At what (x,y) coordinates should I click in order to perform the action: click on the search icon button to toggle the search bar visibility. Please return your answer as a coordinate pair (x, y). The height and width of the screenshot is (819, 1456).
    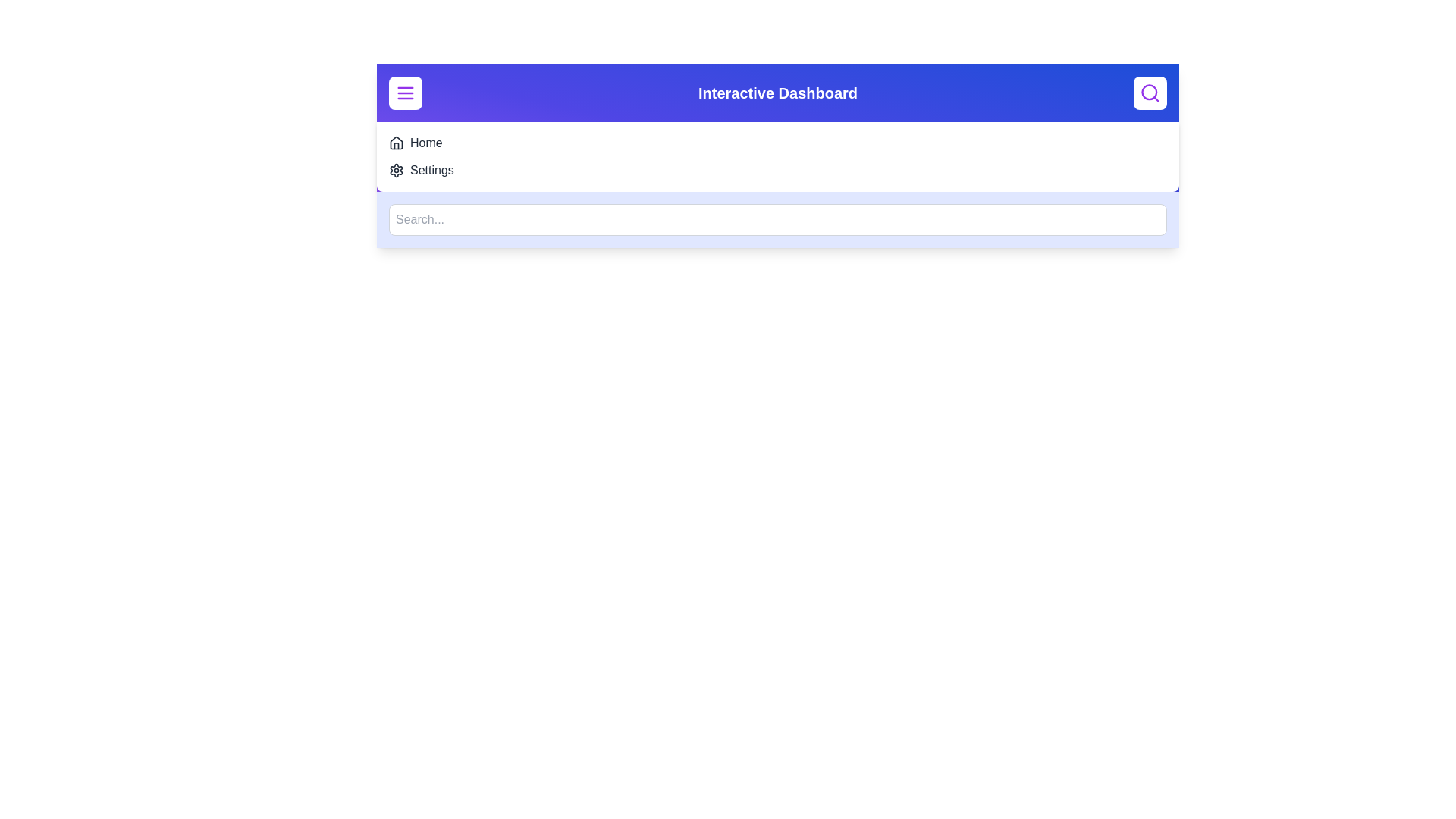
    Looking at the image, I should click on (1150, 93).